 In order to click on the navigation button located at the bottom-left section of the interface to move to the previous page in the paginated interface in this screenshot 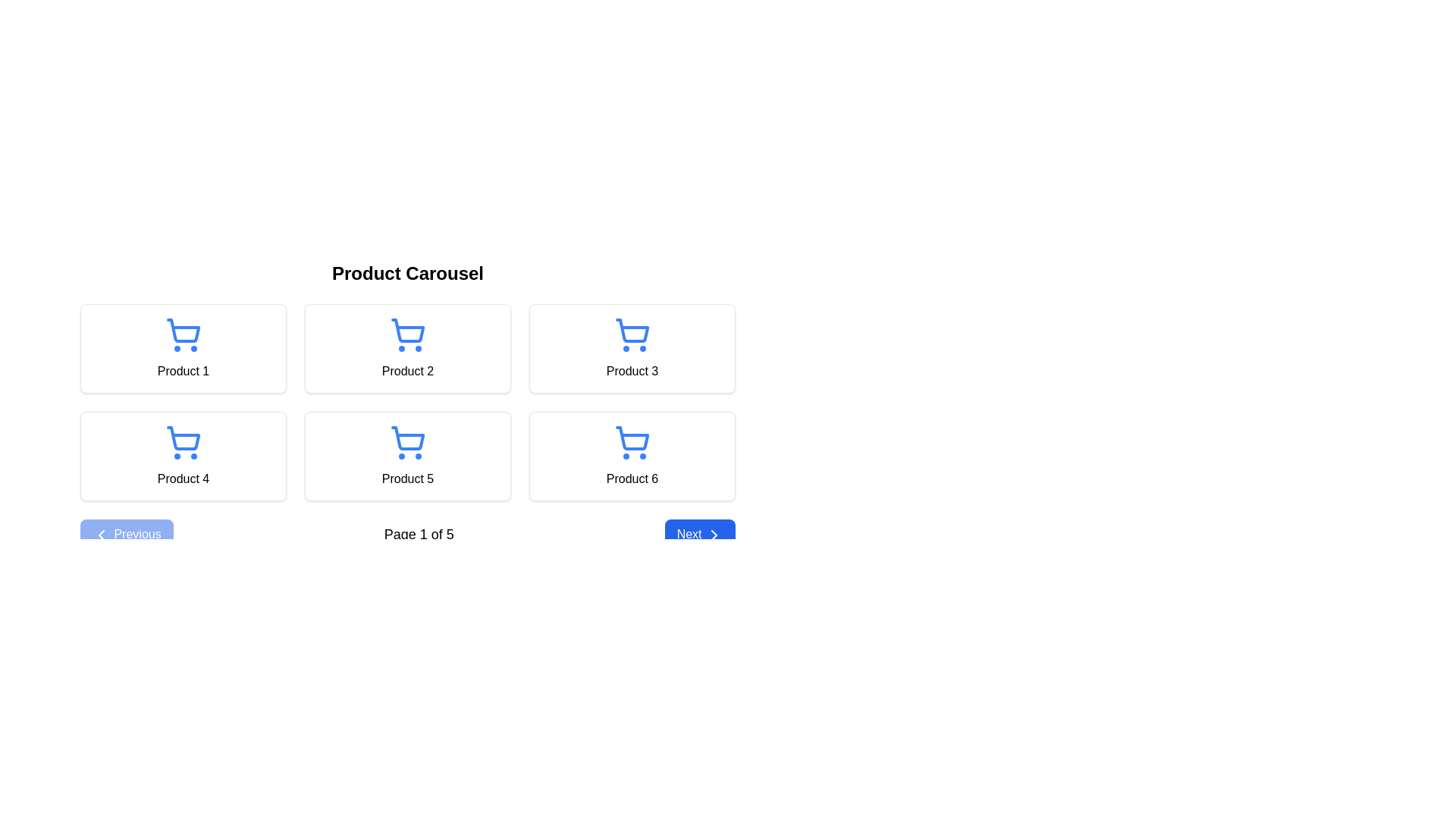, I will do `click(127, 534)`.